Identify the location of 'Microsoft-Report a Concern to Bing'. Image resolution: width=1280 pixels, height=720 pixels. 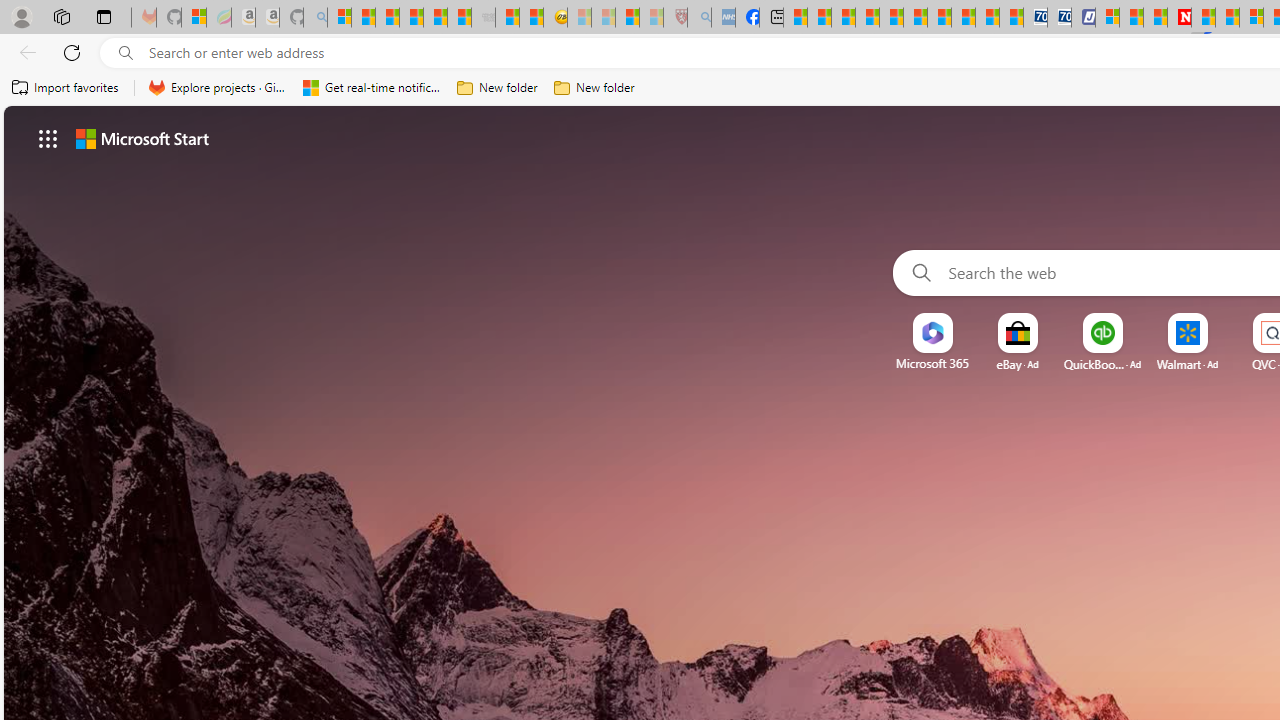
(193, 17).